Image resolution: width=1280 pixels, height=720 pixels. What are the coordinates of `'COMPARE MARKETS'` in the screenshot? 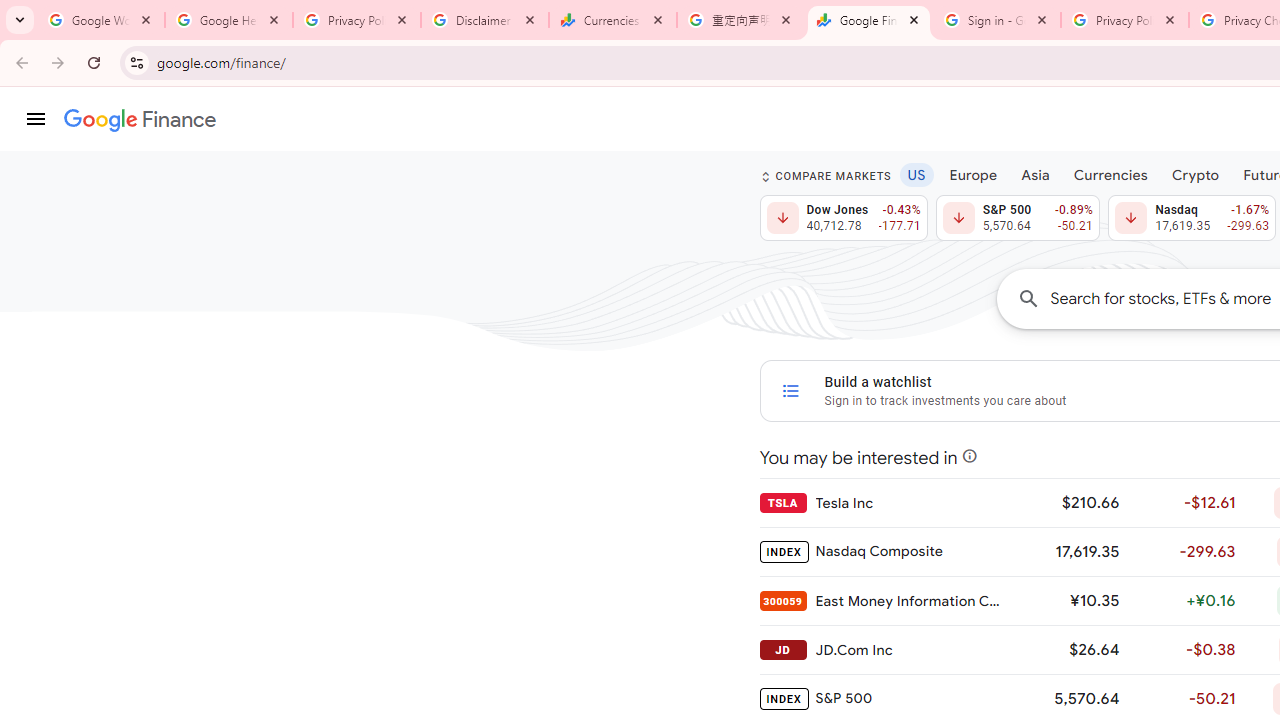 It's located at (825, 175).